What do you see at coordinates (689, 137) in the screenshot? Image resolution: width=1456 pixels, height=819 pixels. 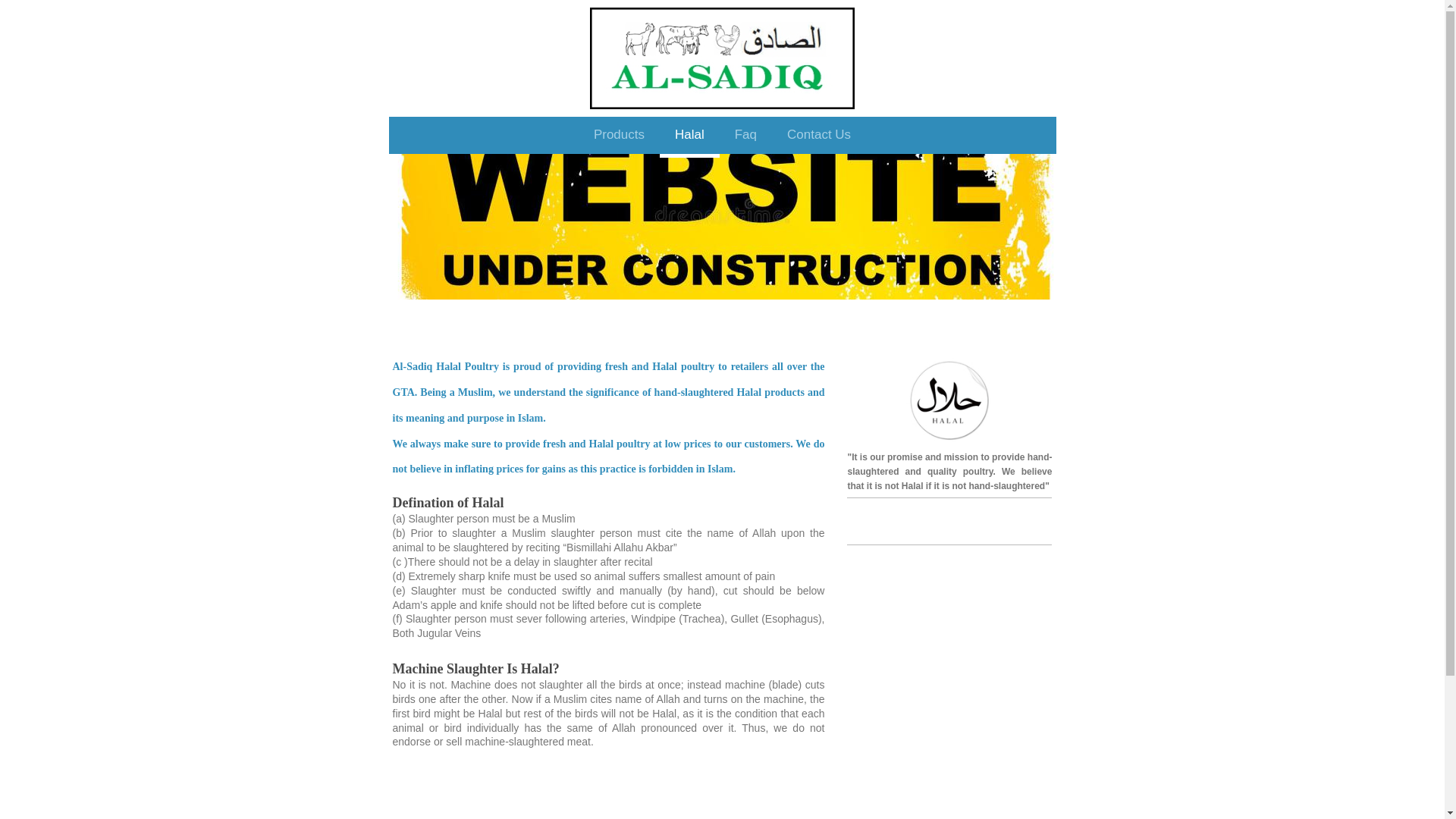 I see `'Halal'` at bounding box center [689, 137].